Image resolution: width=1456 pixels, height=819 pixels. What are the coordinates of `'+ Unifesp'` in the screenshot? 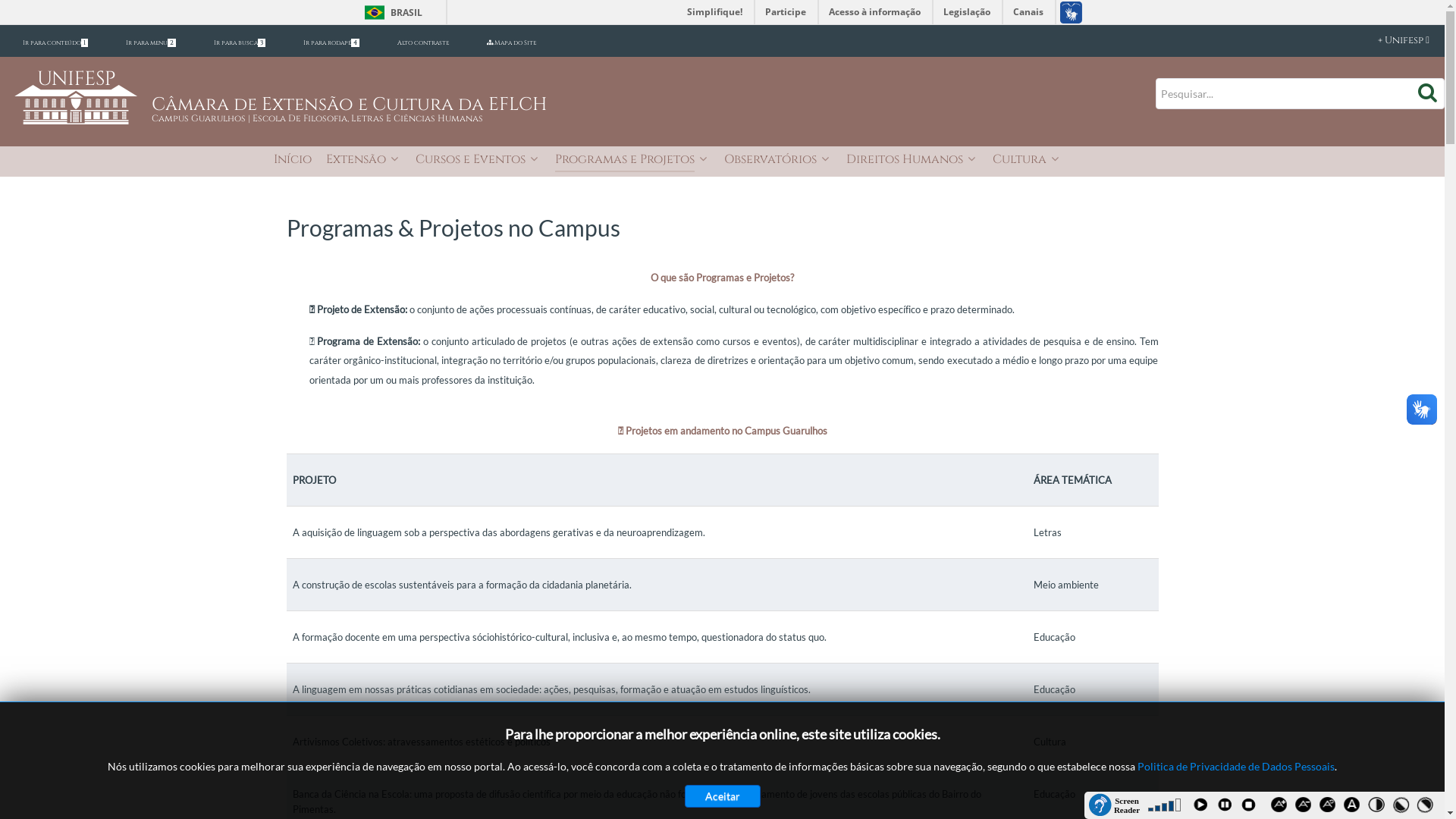 It's located at (1387, 40).